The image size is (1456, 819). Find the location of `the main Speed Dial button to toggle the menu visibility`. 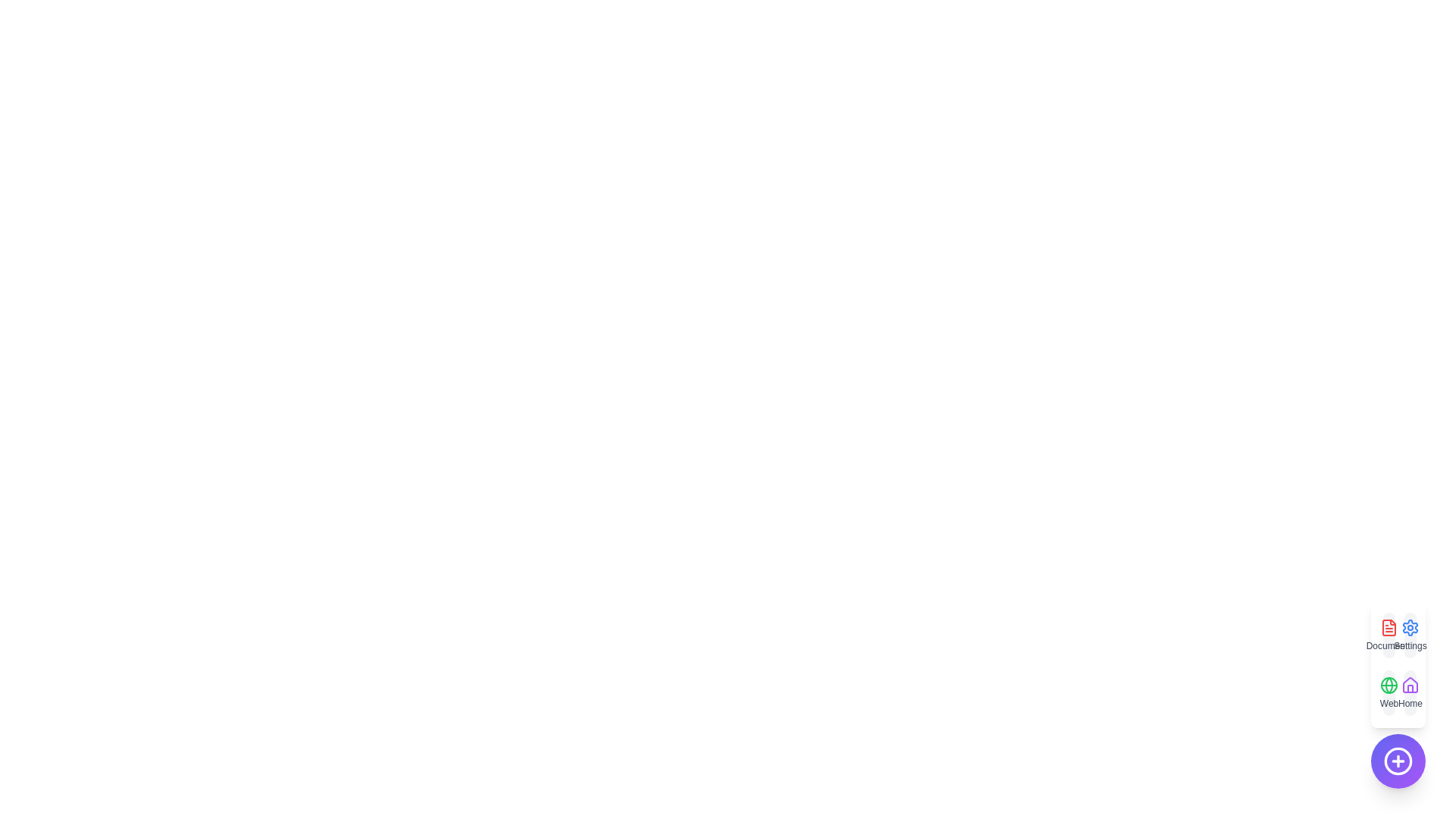

the main Speed Dial button to toggle the menu visibility is located at coordinates (1397, 761).